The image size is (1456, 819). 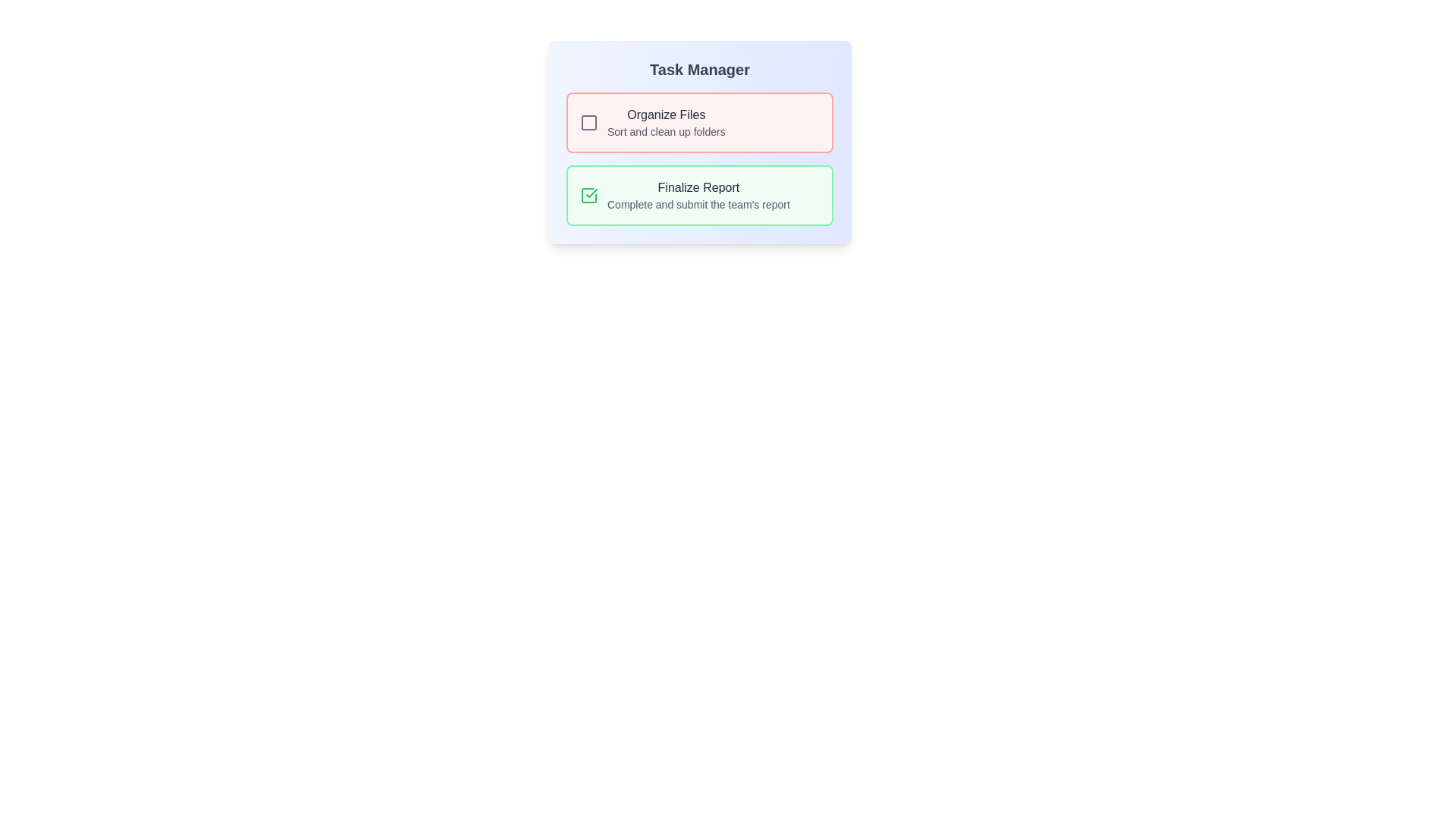 I want to click on the gray square icon with a rounded appearance located in the upper left portion of the red-bordered block containing the text 'Organize Files' and 'Sort and clean up folders', so click(x=588, y=122).